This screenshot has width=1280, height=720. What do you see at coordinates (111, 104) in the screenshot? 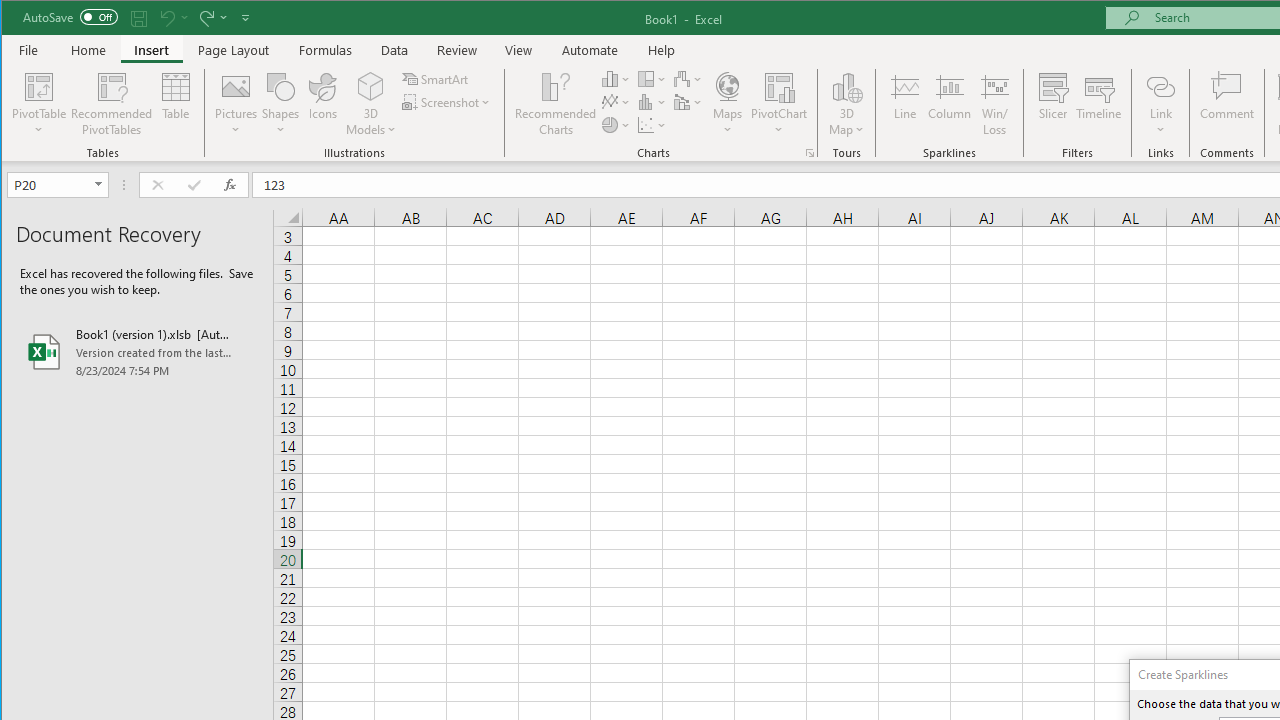
I see `'Recommended PivotTables'` at bounding box center [111, 104].